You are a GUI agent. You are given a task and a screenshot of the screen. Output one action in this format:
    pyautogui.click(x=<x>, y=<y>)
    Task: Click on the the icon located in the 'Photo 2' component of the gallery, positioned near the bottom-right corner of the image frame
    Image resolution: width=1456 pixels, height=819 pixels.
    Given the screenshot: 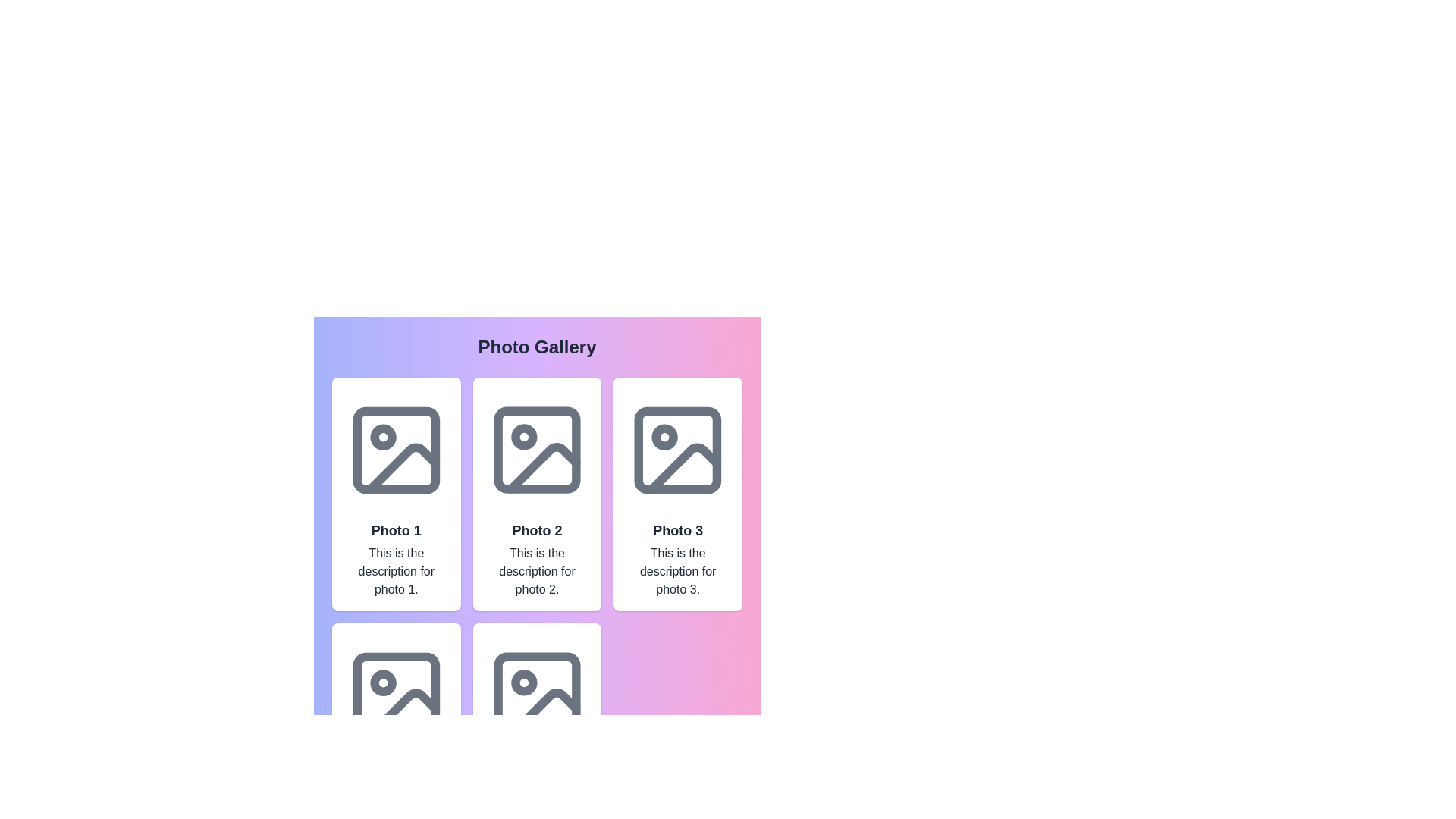 What is the action you would take?
    pyautogui.click(x=544, y=467)
    